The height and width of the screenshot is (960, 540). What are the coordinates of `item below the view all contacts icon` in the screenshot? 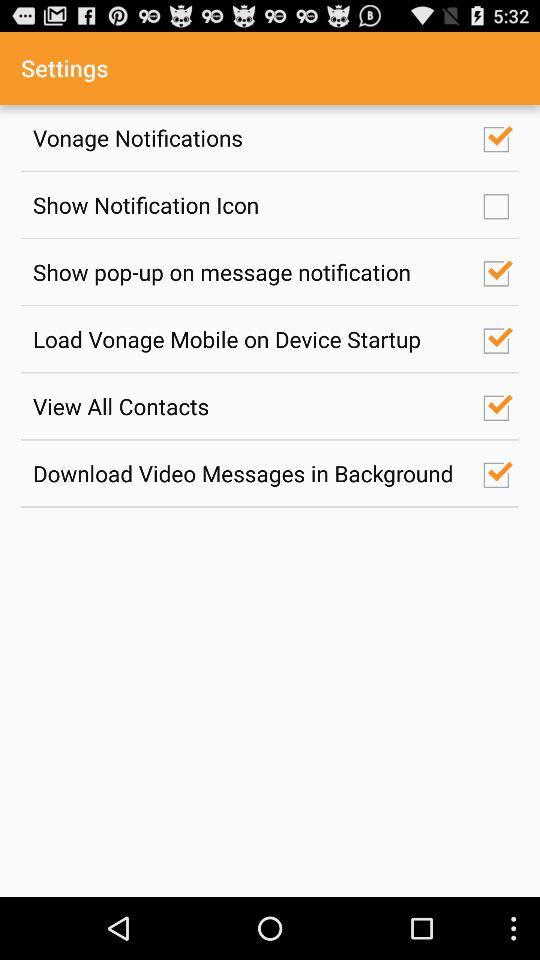 It's located at (247, 473).